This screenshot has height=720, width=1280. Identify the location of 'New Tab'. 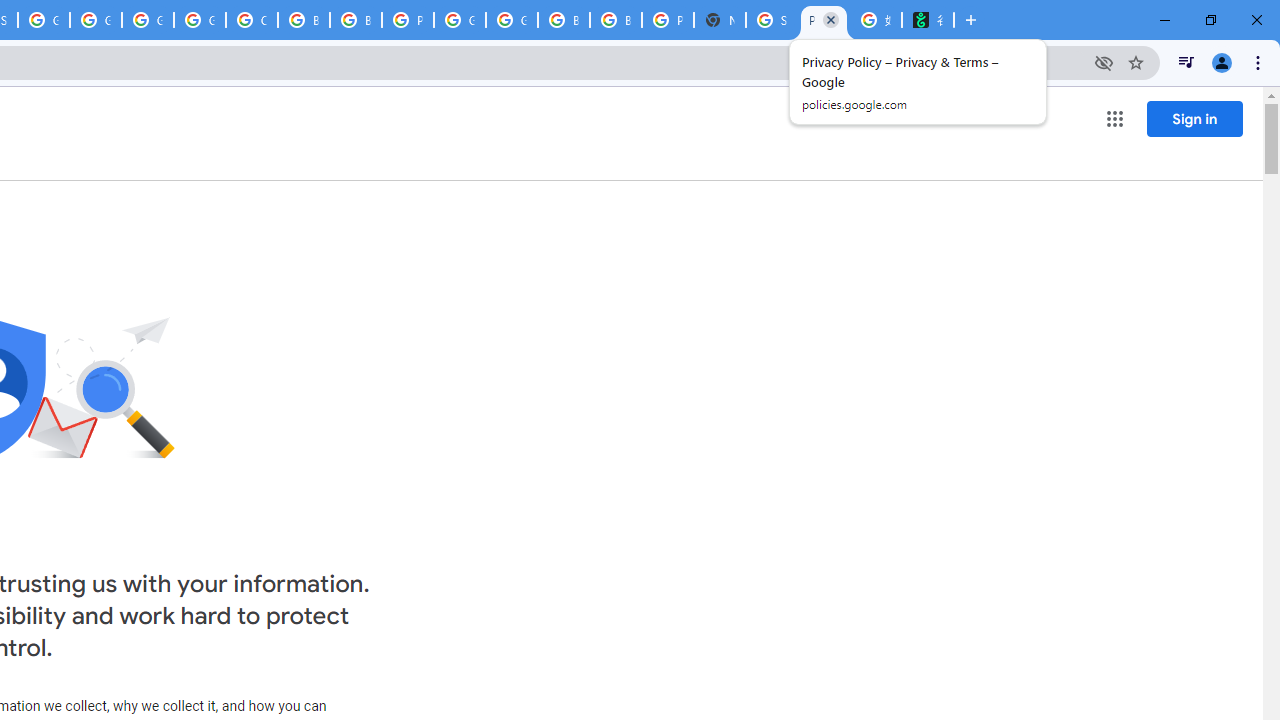
(720, 20).